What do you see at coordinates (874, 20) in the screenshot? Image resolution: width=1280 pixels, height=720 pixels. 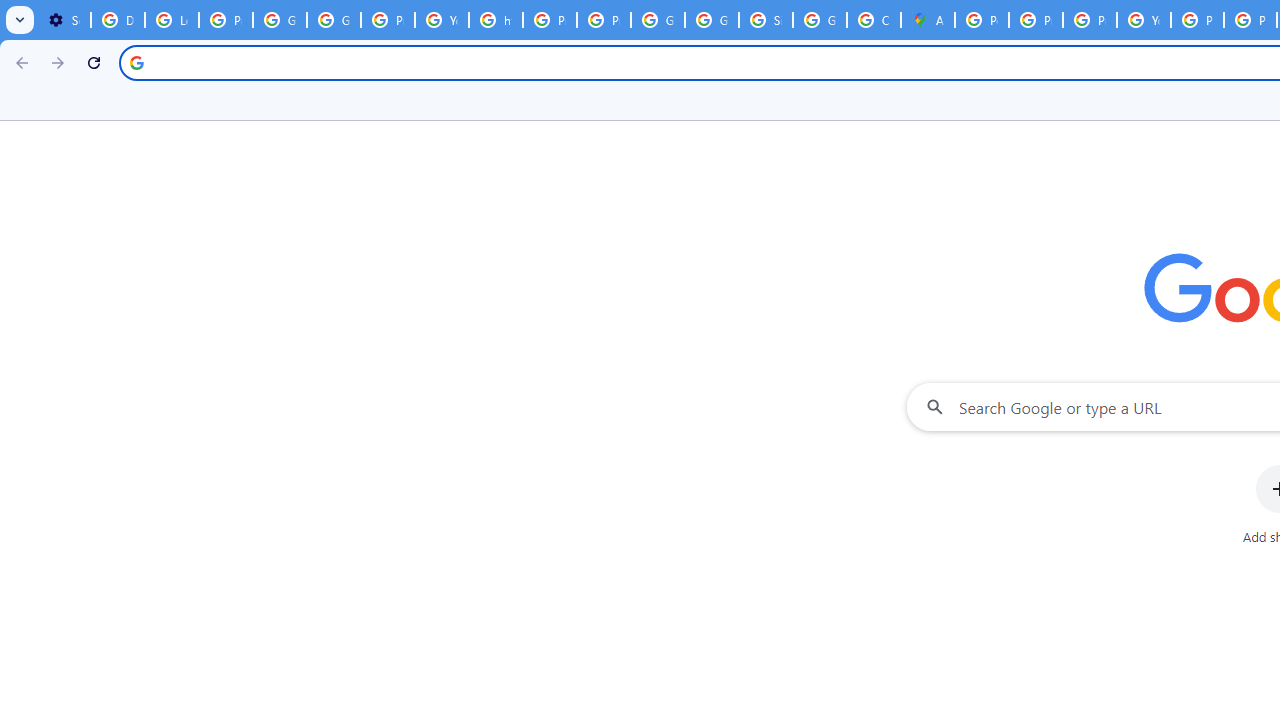 I see `'Create your Google Account'` at bounding box center [874, 20].